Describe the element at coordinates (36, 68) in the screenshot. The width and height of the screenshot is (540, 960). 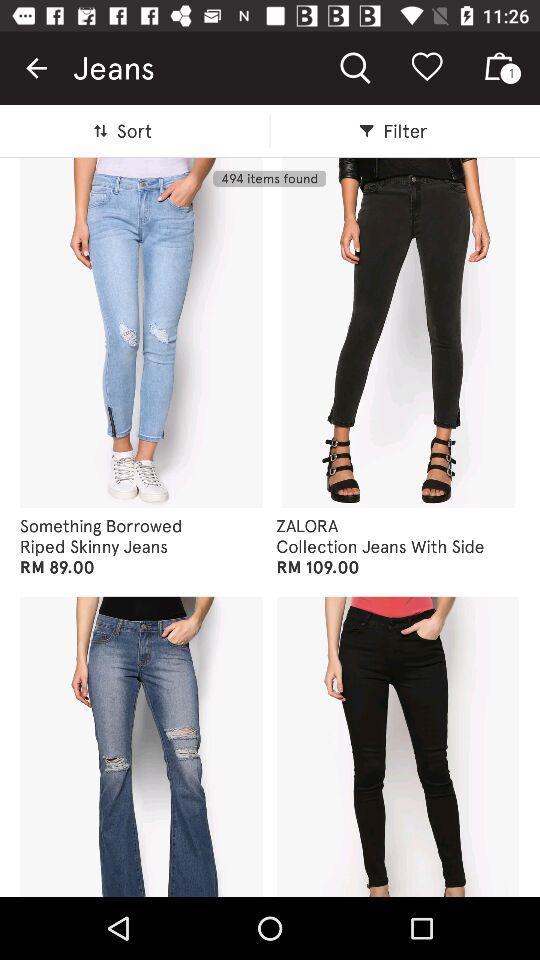
I see `item next to jeans item` at that location.